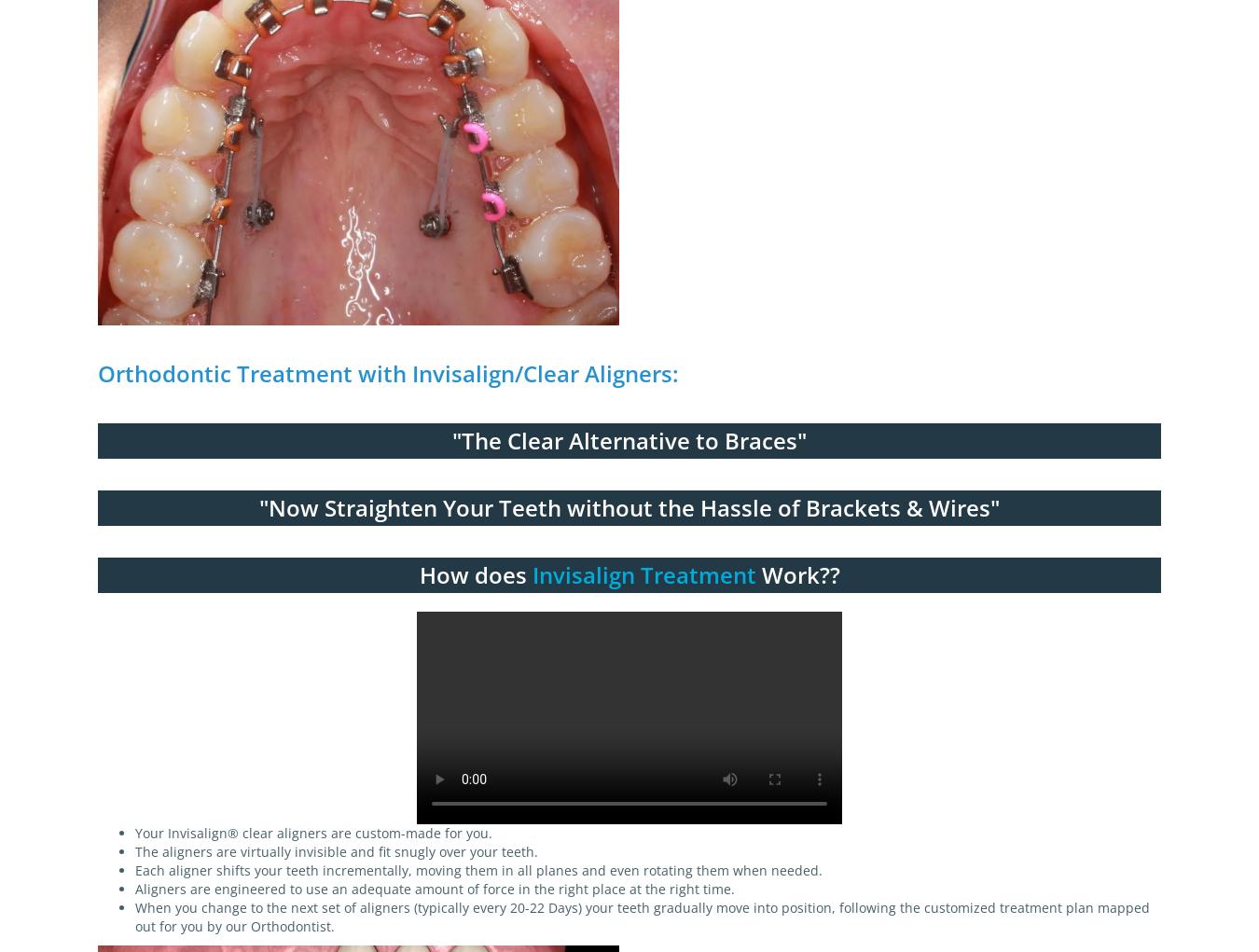 The width and height of the screenshot is (1259, 952). Describe the element at coordinates (531, 573) in the screenshot. I see `'Invisalign Treatment'` at that location.